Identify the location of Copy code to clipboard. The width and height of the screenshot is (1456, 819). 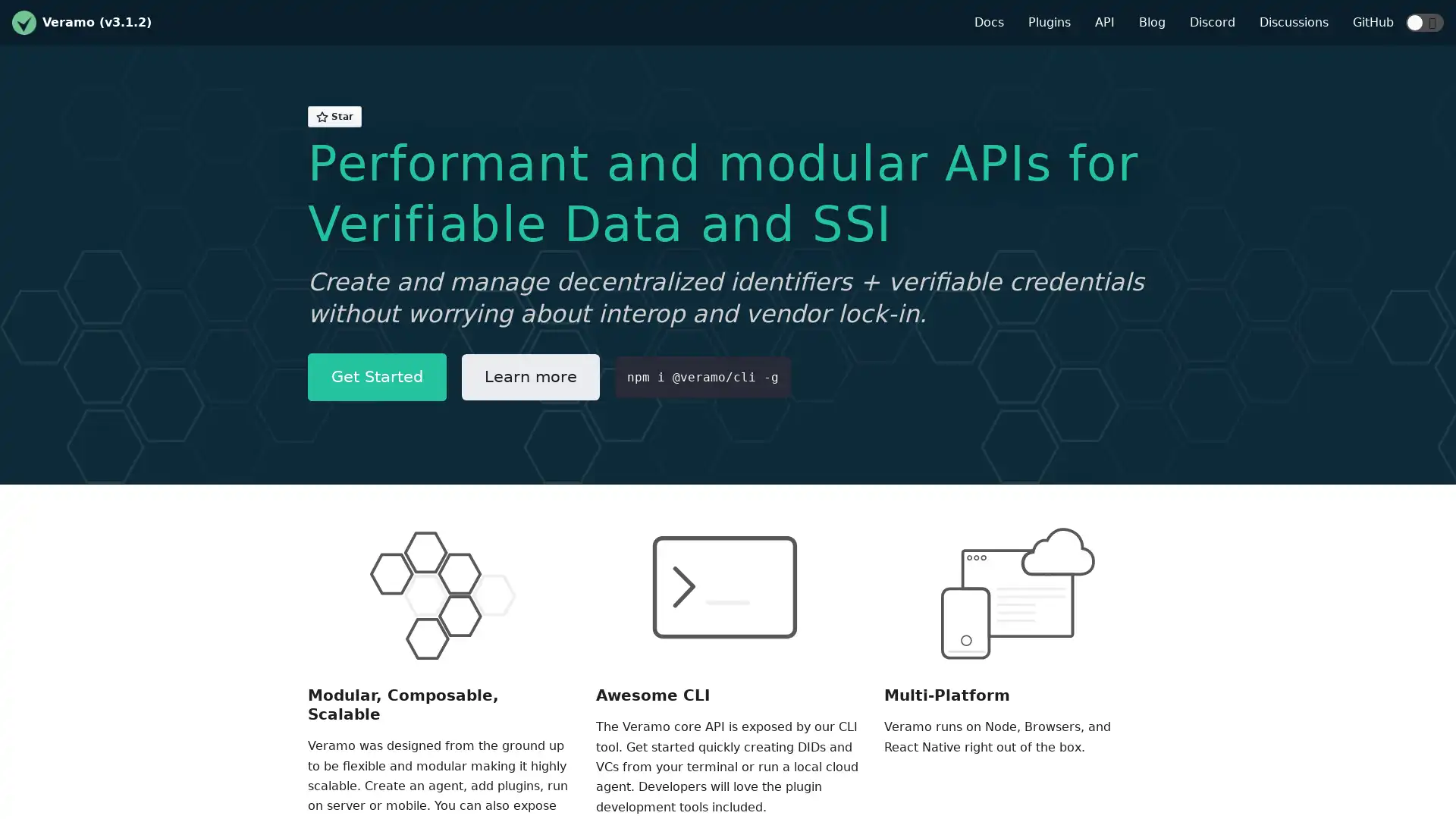
(766, 372).